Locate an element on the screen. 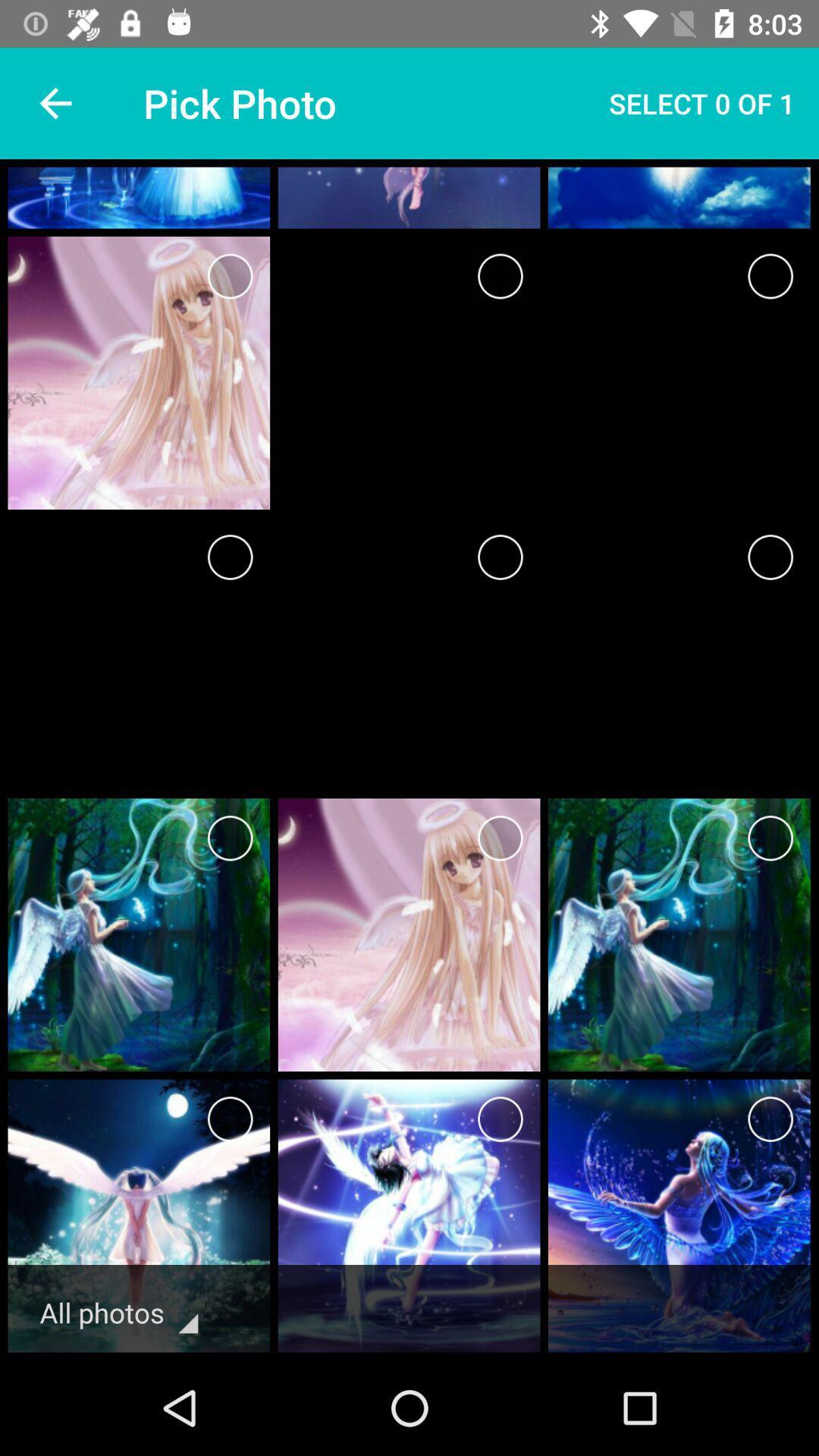 The width and height of the screenshot is (819, 1456). button is located at coordinates (500, 276).